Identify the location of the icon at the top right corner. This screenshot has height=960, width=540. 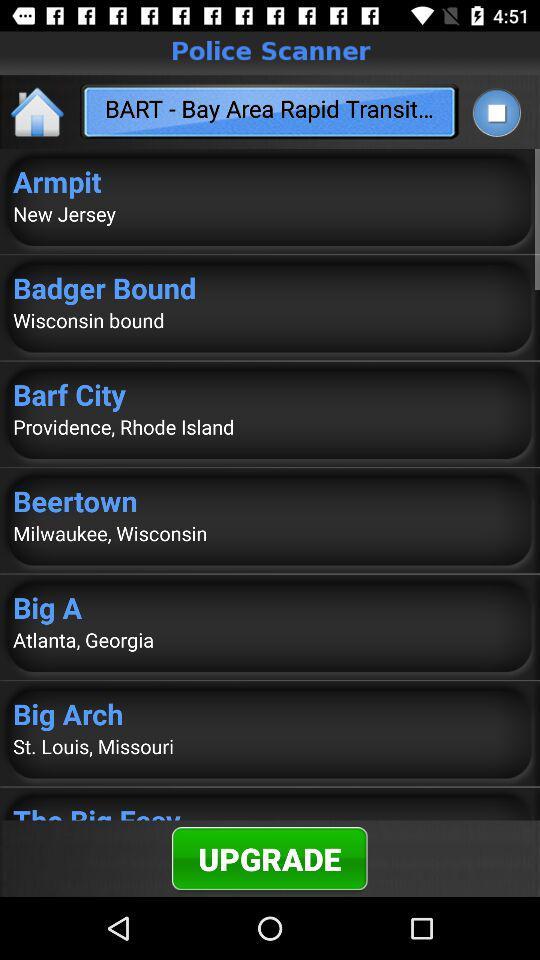
(495, 112).